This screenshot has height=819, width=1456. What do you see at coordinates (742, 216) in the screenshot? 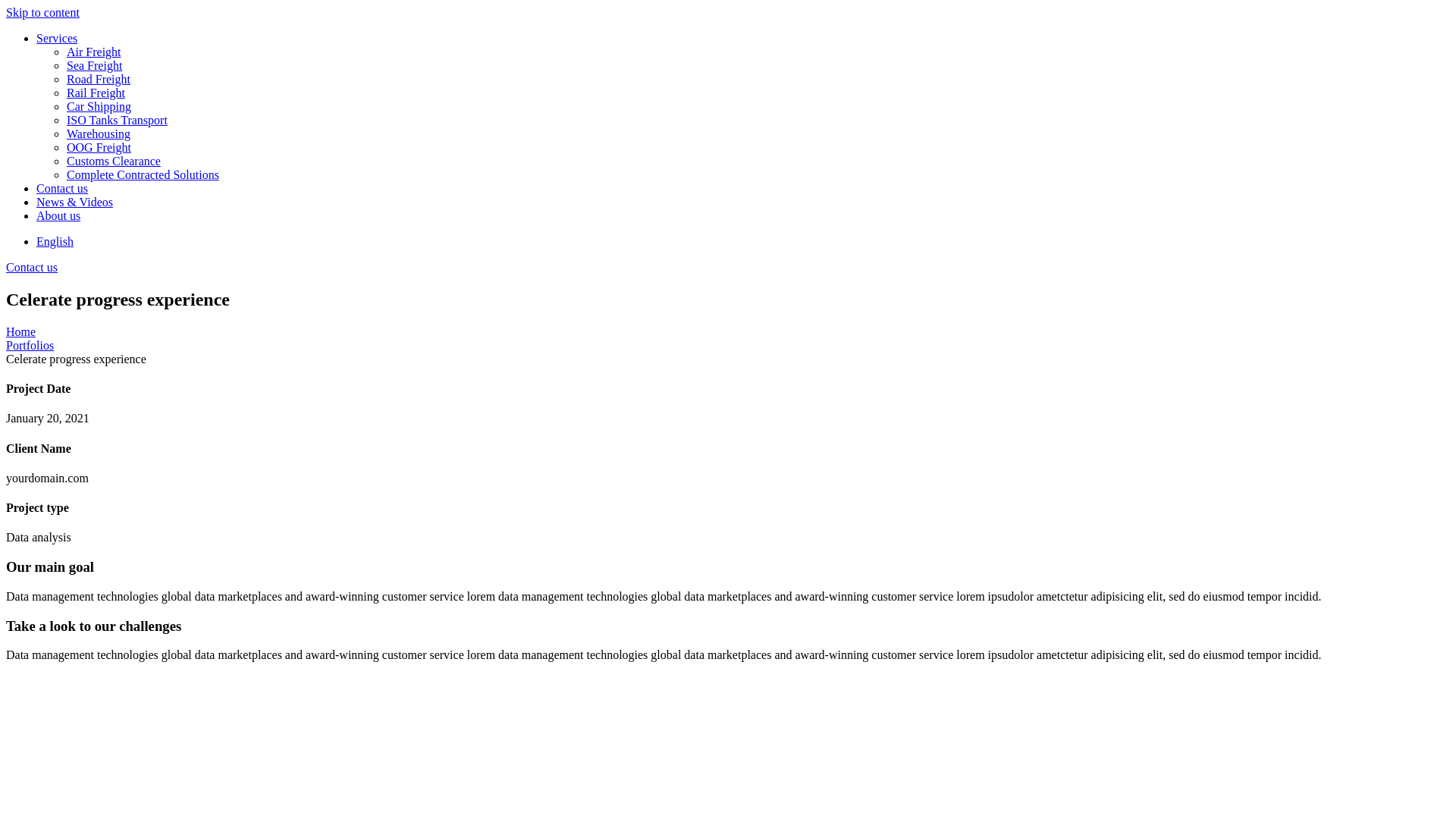
I see `'About us'` at bounding box center [742, 216].